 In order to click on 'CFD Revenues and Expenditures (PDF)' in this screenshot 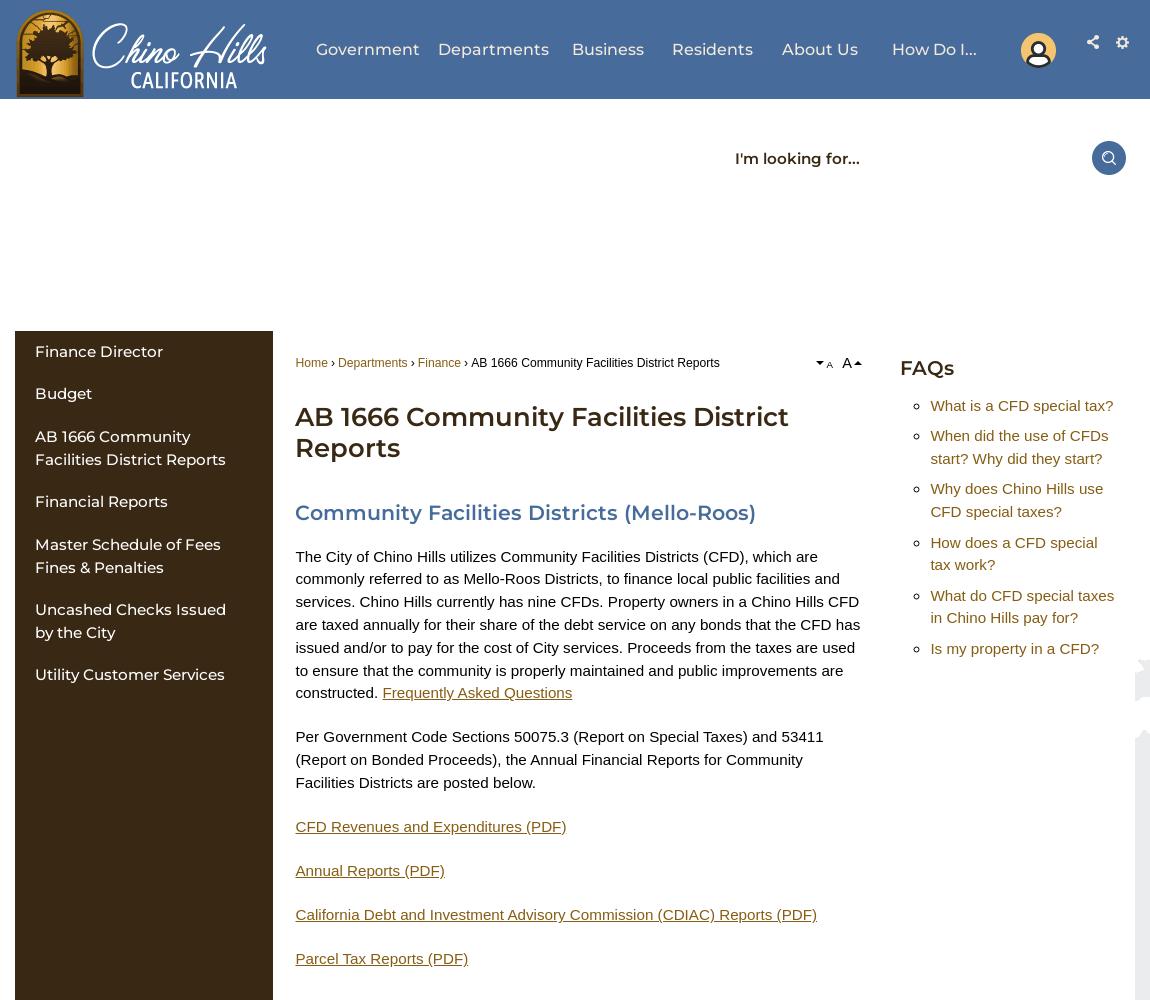, I will do `click(430, 825)`.